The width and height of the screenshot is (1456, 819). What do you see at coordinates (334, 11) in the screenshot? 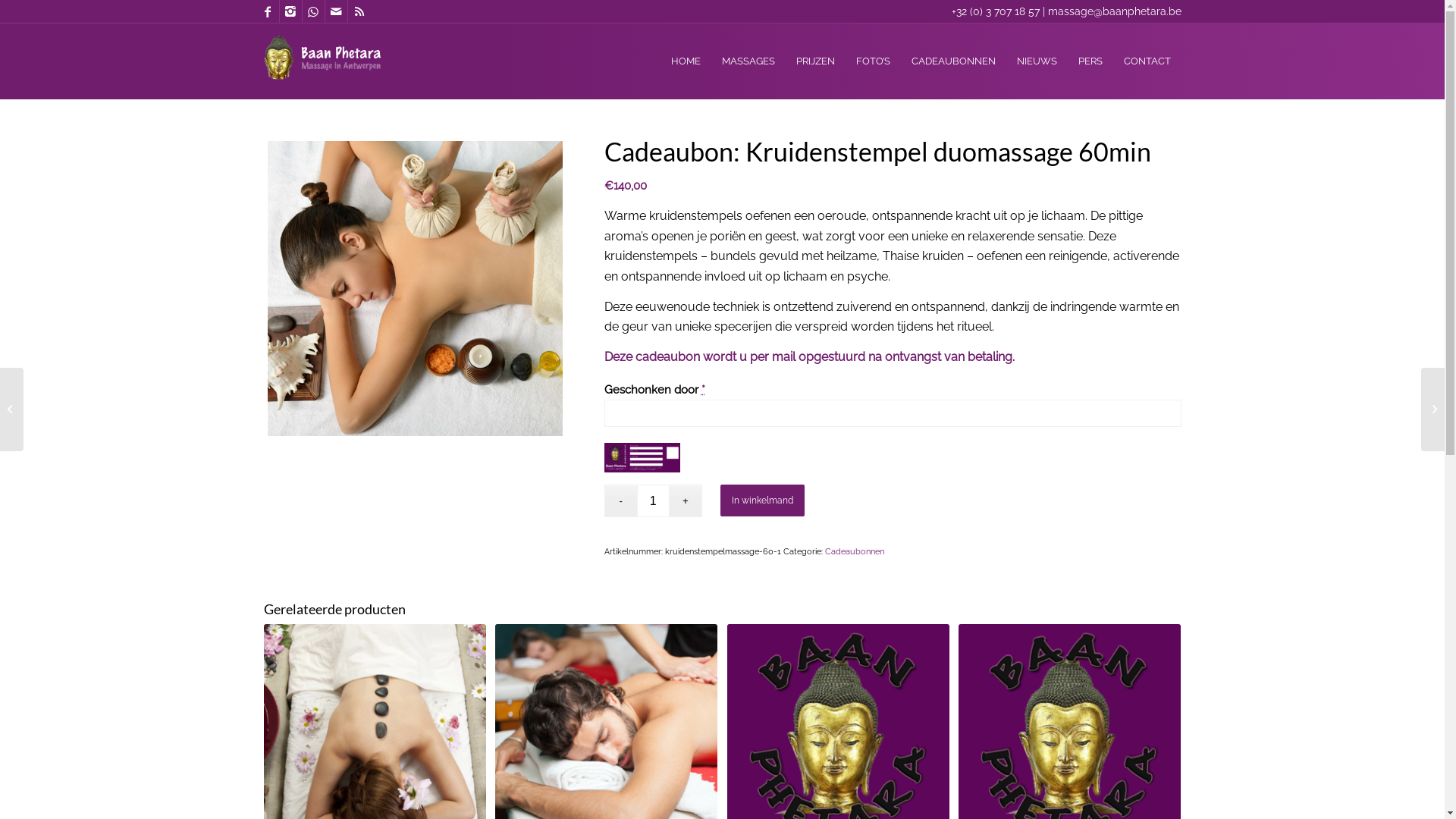
I see `'Mail'` at bounding box center [334, 11].